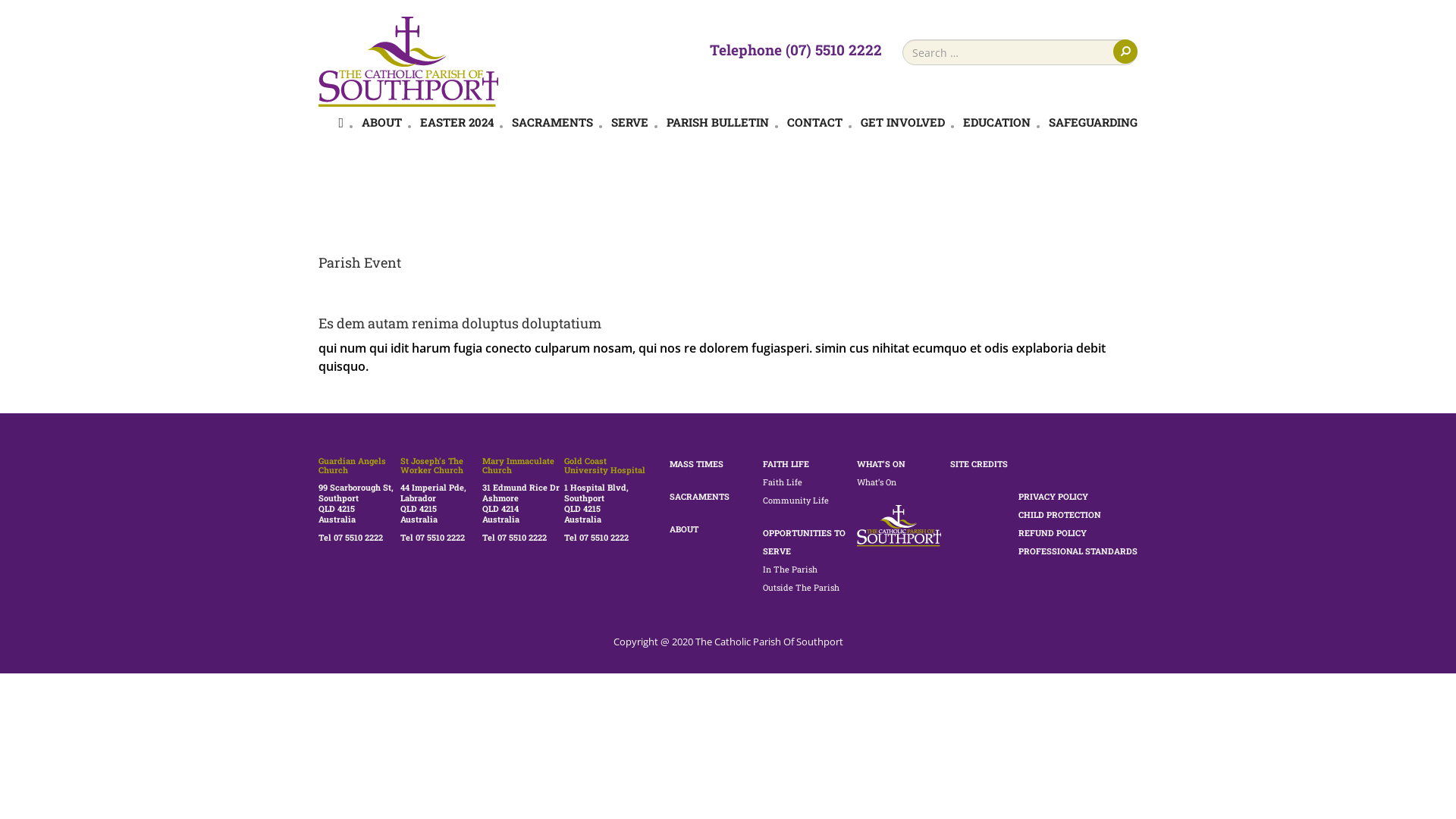 The width and height of the screenshot is (1456, 819). What do you see at coordinates (456, 121) in the screenshot?
I see `'EASTER 2024'` at bounding box center [456, 121].